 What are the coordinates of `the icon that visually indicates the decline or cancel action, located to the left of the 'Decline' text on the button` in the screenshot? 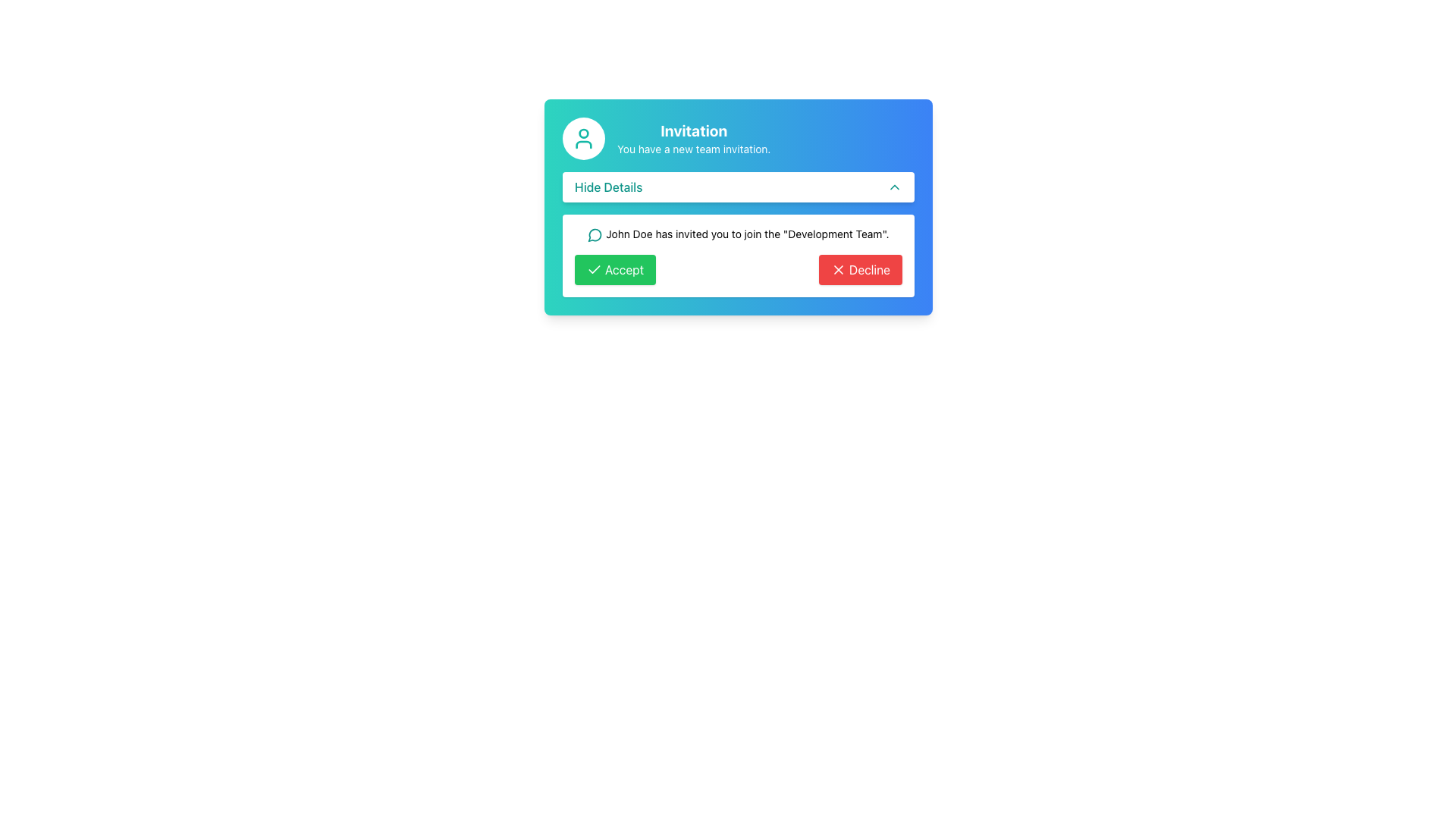 It's located at (837, 269).